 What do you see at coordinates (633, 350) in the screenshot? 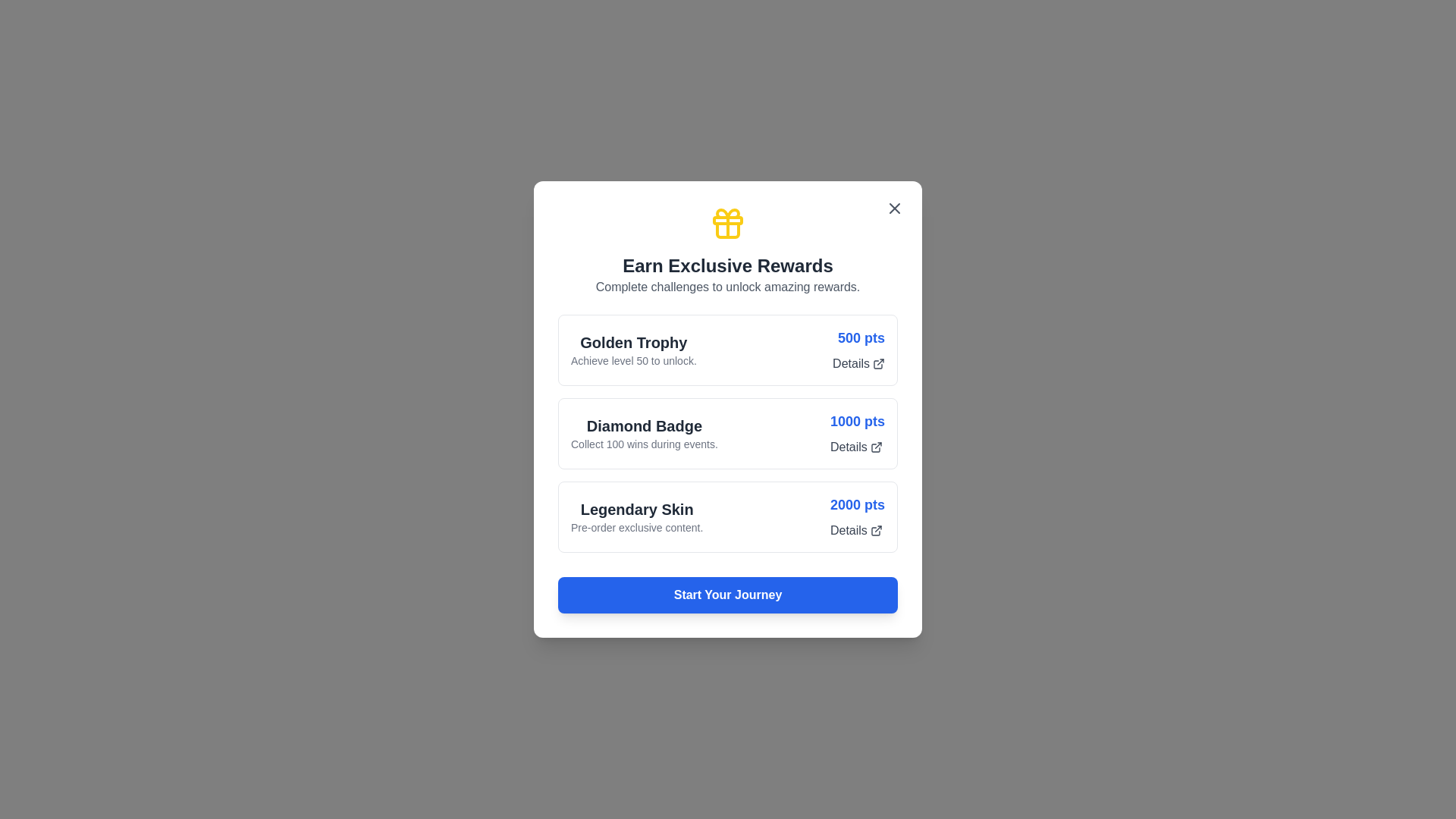
I see `the Text Display that conveys information about unlocking the 'Golden Trophy' reward by achieving level 50, located in the first row of the list inside the 'Earn Exclusive Rewards' modal` at bounding box center [633, 350].